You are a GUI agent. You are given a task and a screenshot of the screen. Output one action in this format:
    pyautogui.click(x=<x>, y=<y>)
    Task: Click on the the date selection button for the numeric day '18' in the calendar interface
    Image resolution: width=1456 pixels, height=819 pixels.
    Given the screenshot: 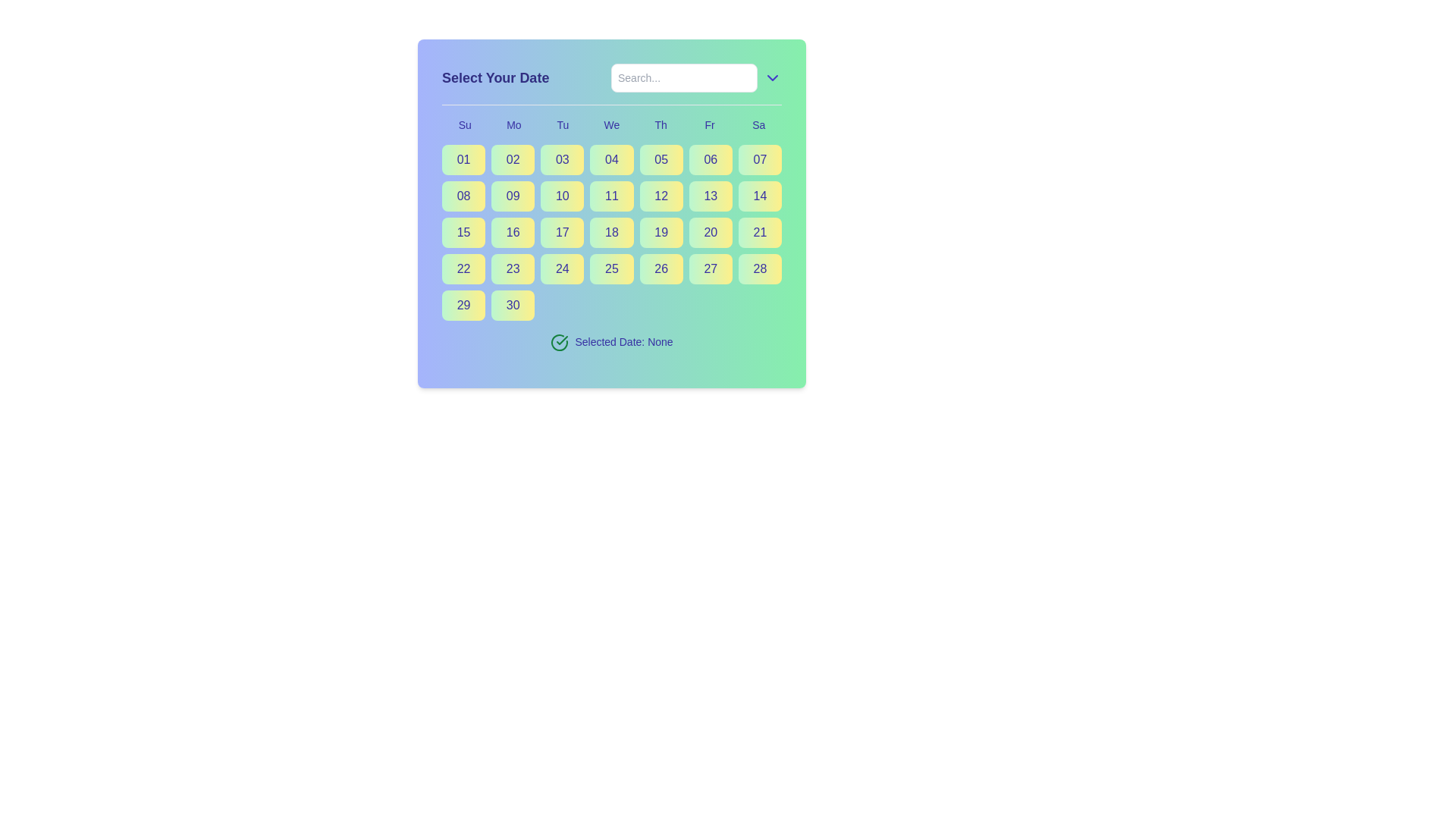 What is the action you would take?
    pyautogui.click(x=611, y=213)
    